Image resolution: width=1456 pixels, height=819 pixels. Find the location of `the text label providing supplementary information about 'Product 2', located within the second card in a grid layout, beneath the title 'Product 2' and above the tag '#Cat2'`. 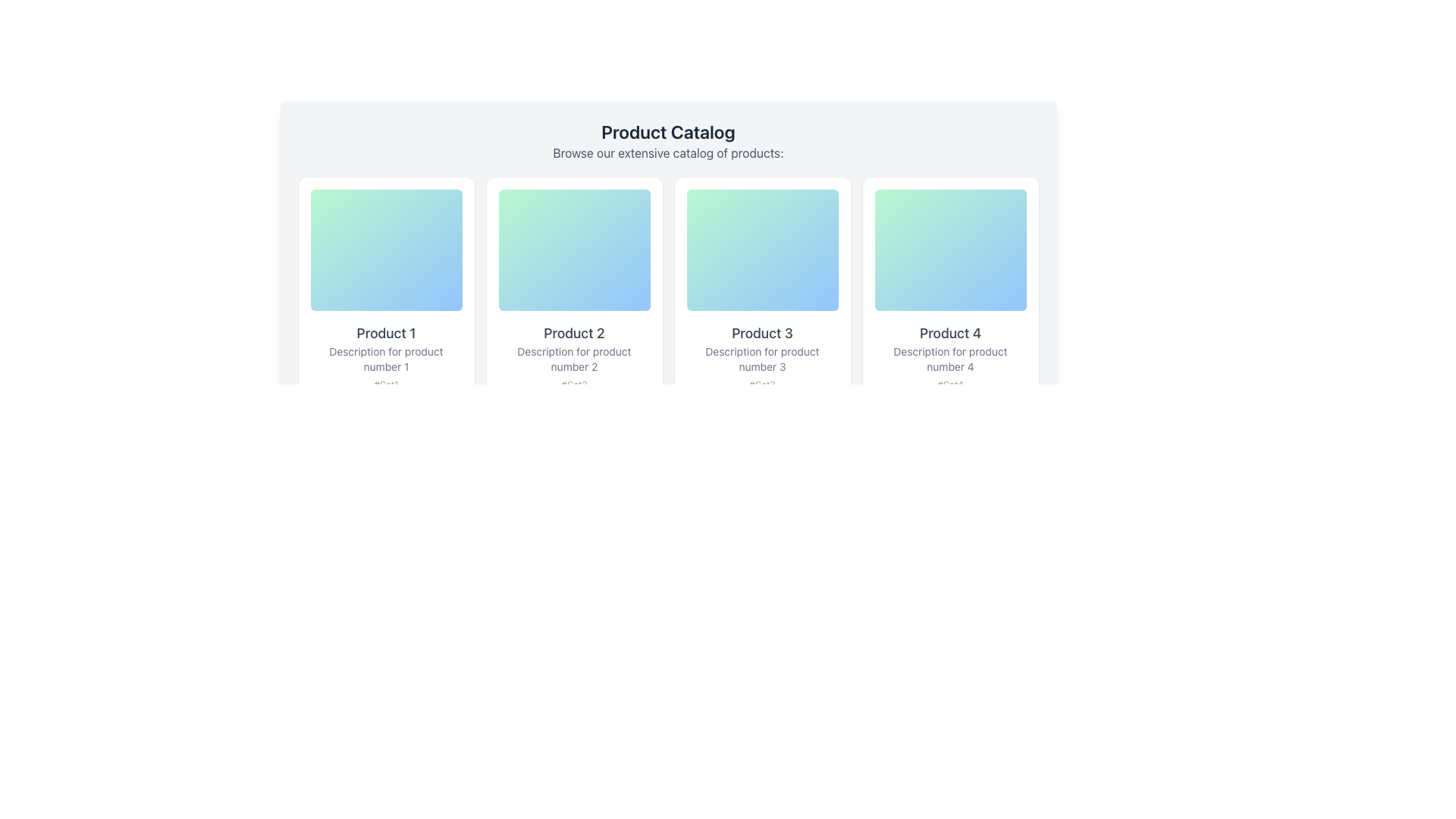

the text label providing supplementary information about 'Product 2', located within the second card in a grid layout, beneath the title 'Product 2' and above the tag '#Cat2' is located at coordinates (573, 359).